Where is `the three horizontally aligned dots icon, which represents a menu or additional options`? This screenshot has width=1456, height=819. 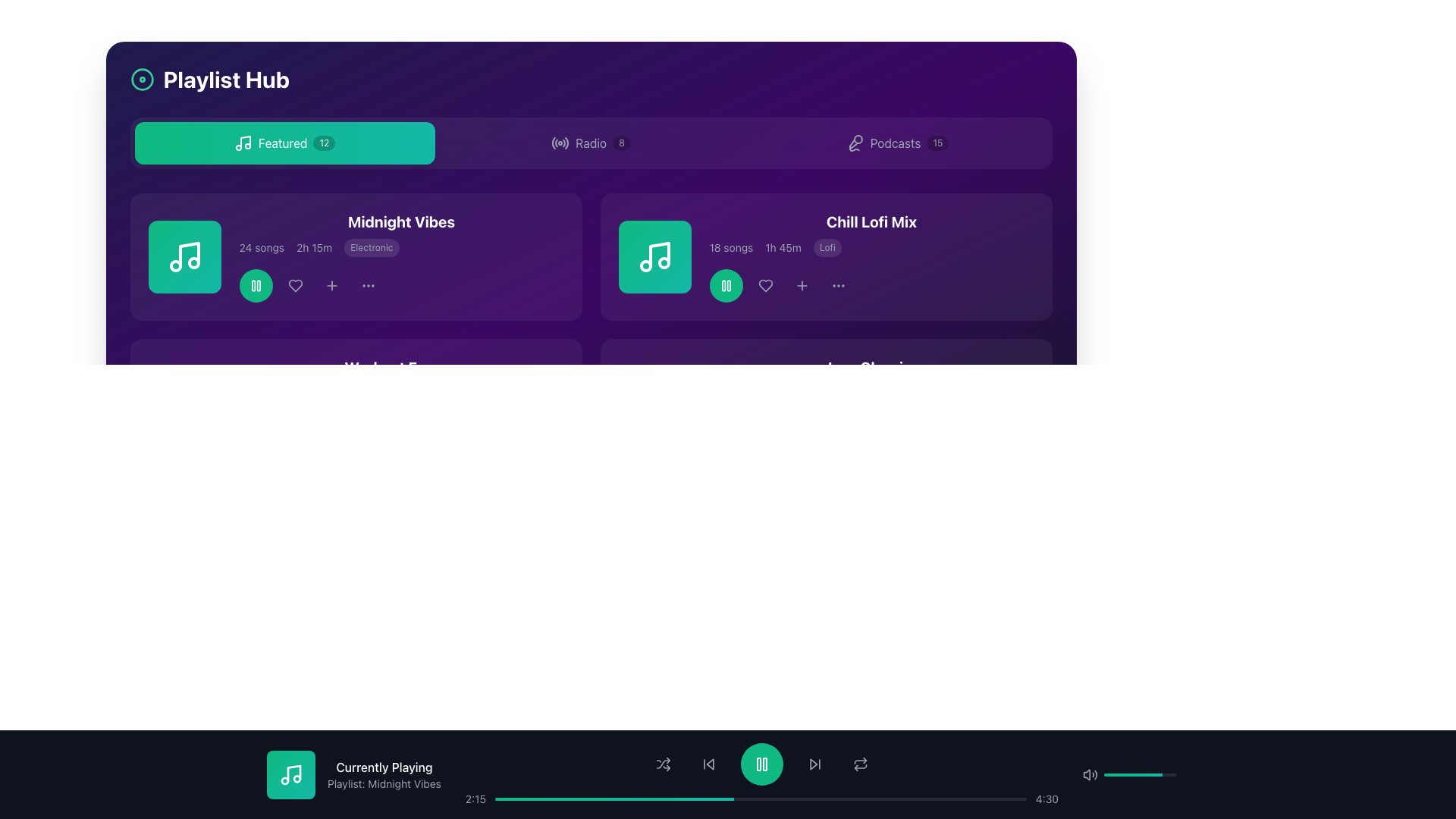 the three horizontally aligned dots icon, which represents a menu or additional options is located at coordinates (368, 286).